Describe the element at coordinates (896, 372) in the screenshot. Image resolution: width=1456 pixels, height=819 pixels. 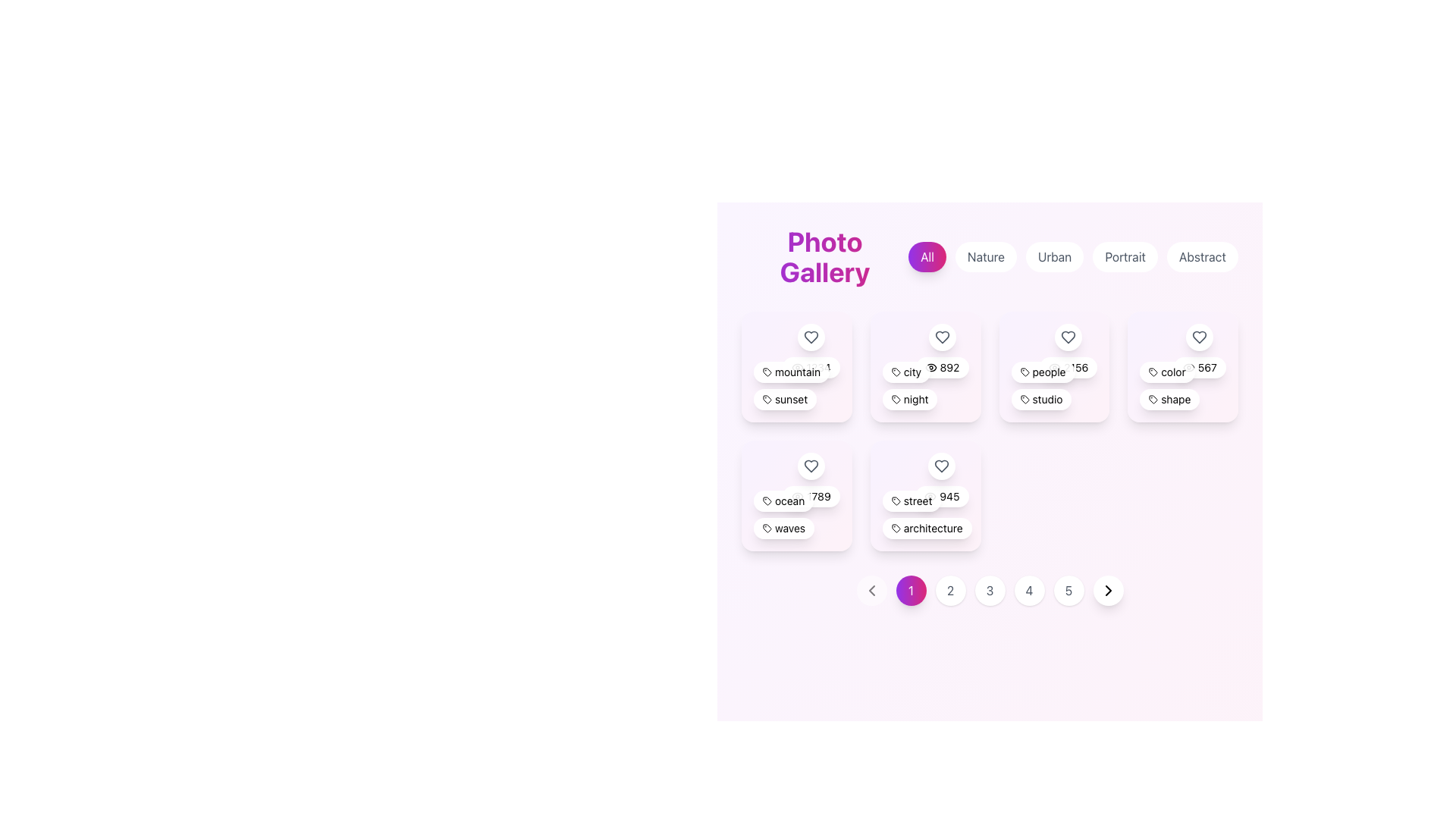
I see `the tag symbol icon located to the left of the text 'city', which is centrally aligned with the text vertically` at that location.